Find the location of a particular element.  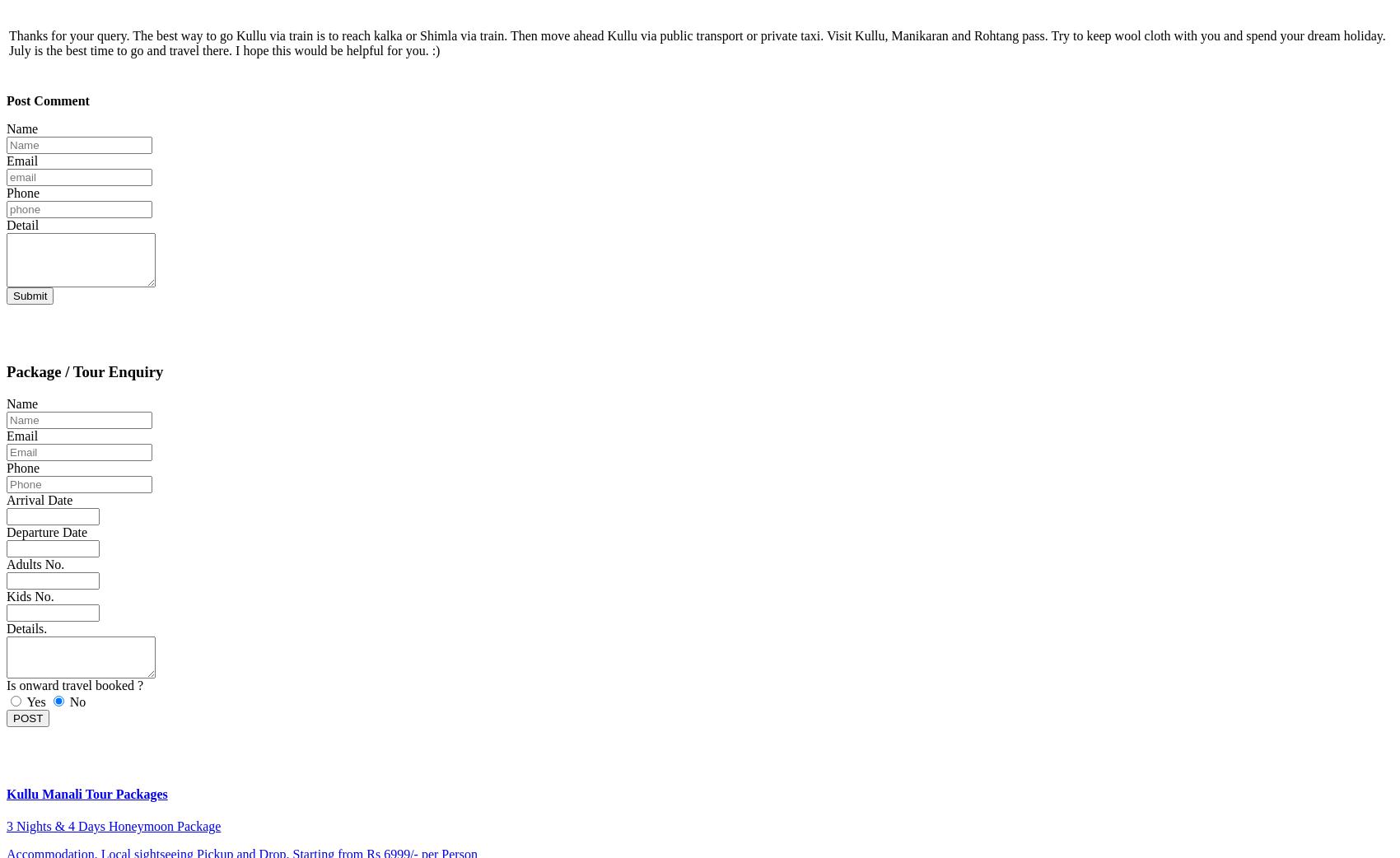

'Yes' is located at coordinates (26, 701).